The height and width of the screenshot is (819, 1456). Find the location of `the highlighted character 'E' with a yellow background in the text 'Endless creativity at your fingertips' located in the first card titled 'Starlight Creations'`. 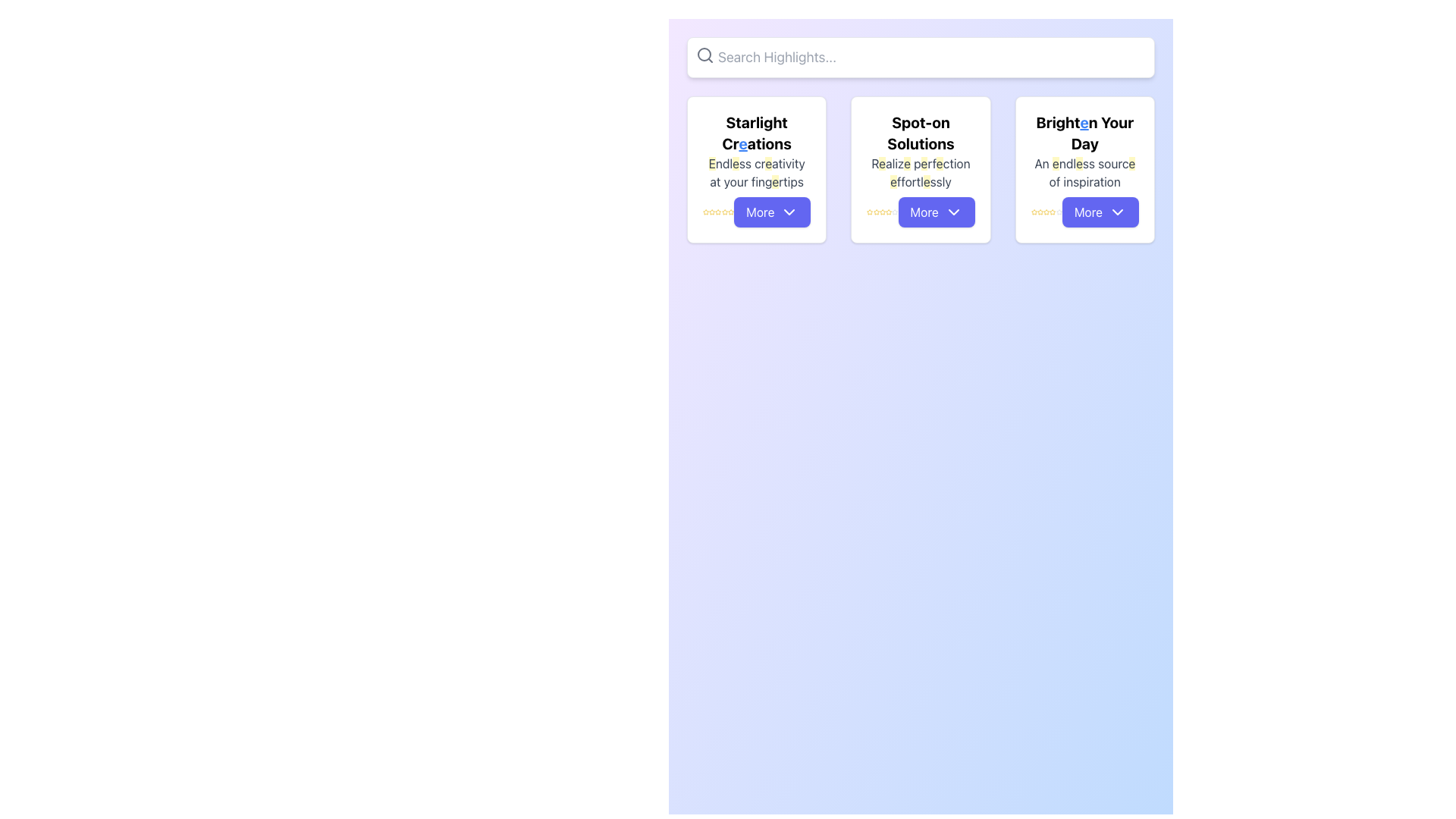

the highlighted character 'E' with a yellow background in the text 'Endless creativity at your fingertips' located in the first card titled 'Starlight Creations' is located at coordinates (711, 164).